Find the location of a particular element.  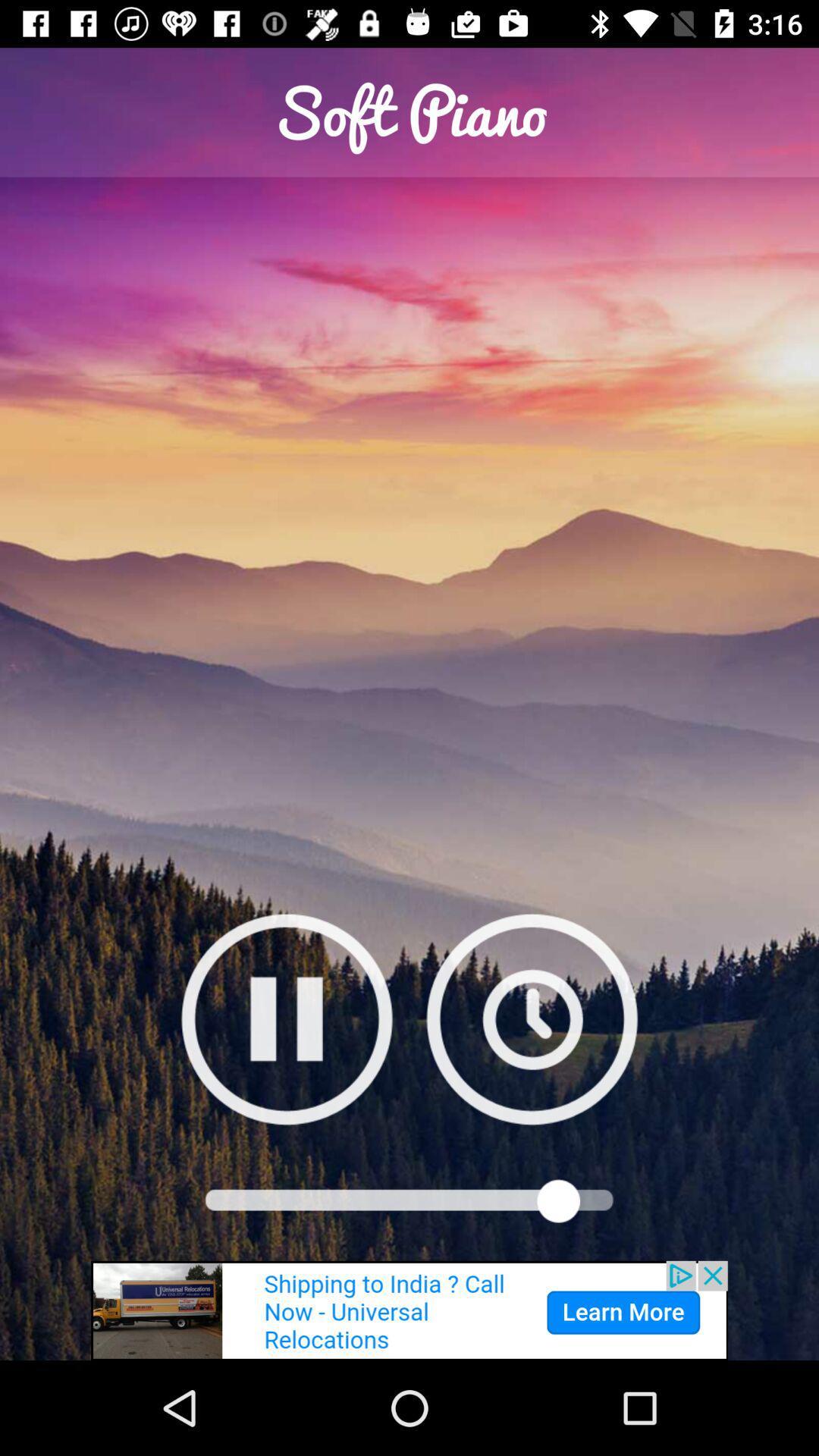

pause audio is located at coordinates (287, 1018).